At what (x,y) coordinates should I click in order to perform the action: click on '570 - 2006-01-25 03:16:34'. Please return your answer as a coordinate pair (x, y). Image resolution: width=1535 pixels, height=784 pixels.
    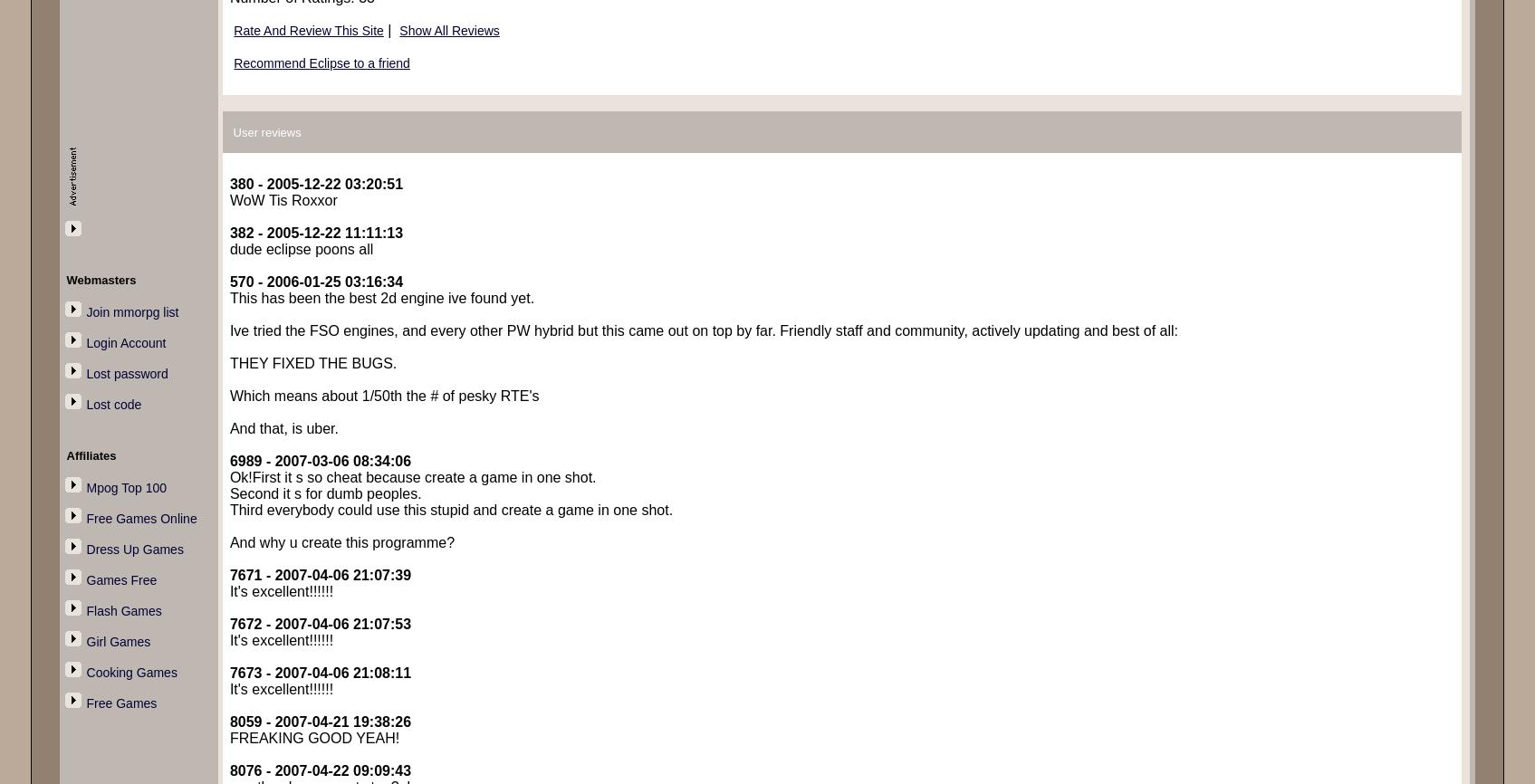
    Looking at the image, I should click on (315, 281).